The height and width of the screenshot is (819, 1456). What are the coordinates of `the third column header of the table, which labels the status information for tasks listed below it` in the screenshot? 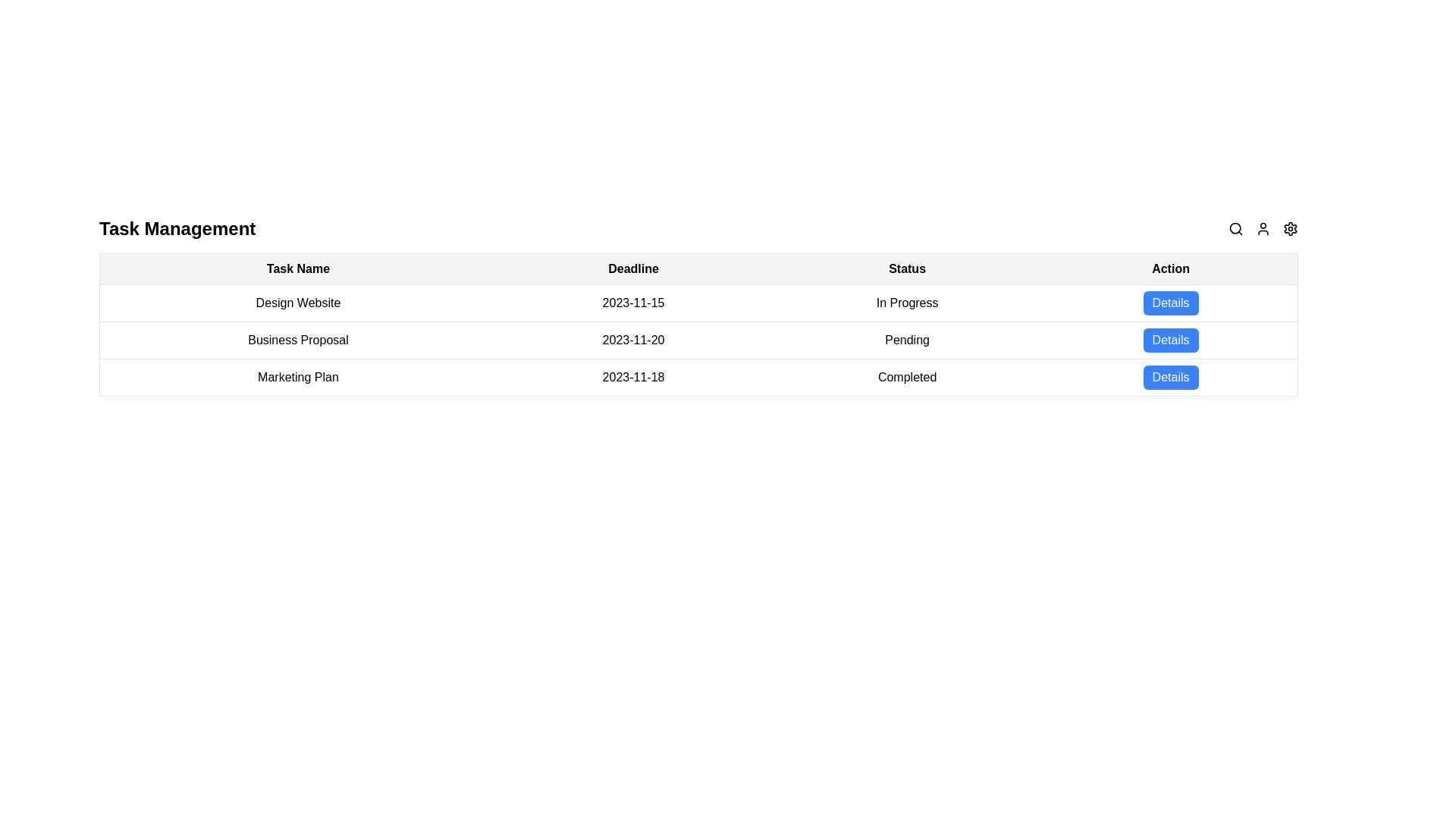 It's located at (907, 268).